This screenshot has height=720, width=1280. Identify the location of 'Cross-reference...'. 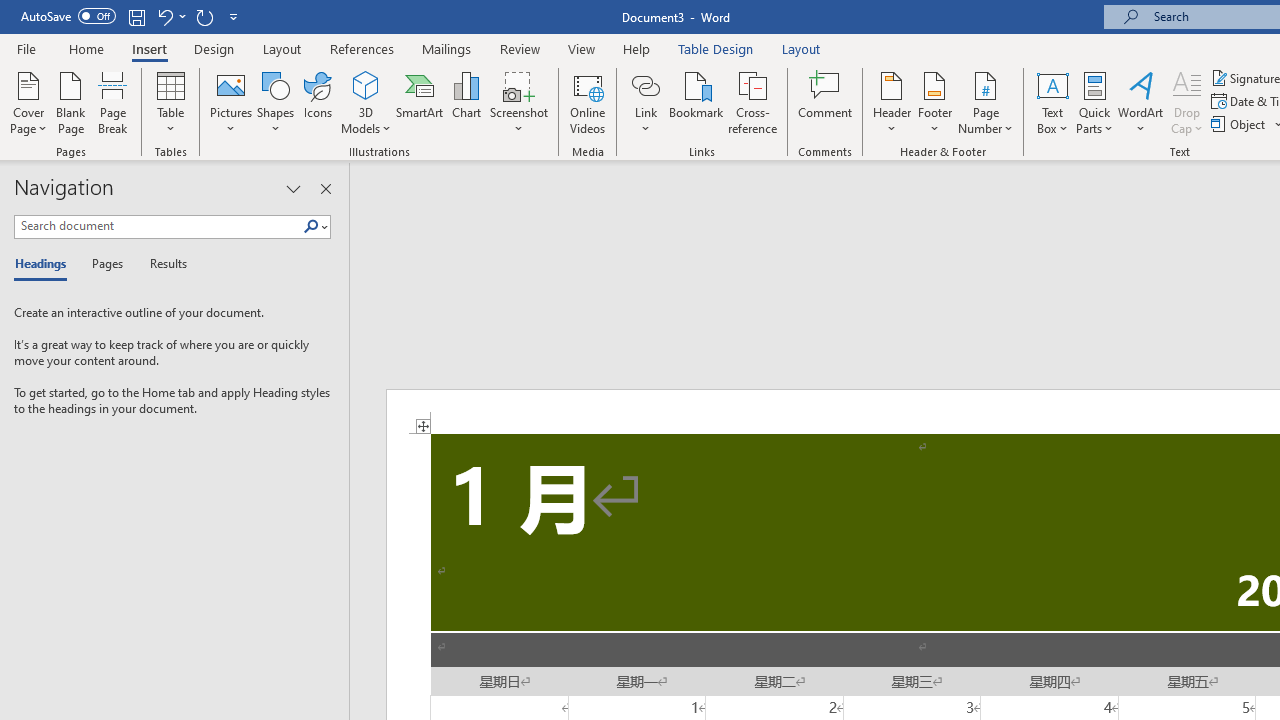
(751, 103).